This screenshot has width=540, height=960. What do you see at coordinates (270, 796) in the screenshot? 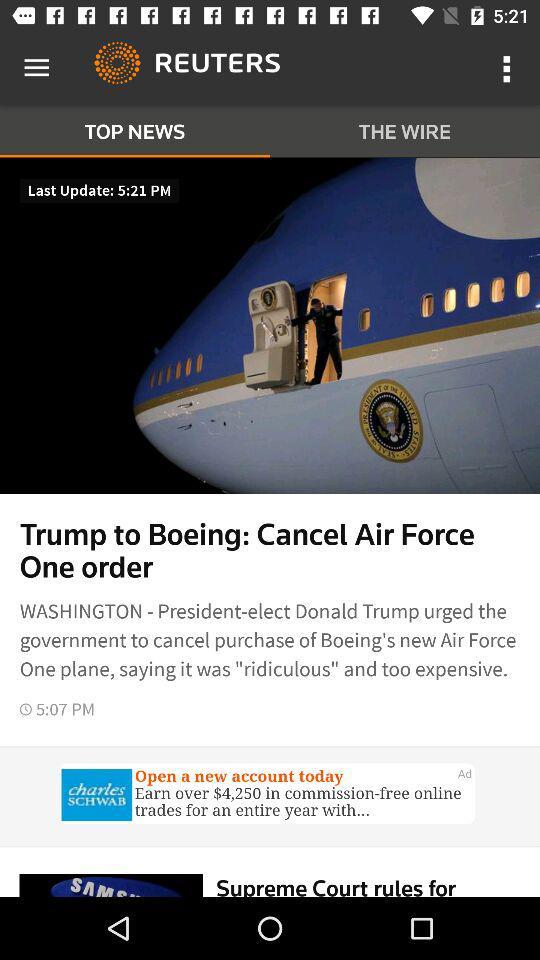
I see `share the article` at bounding box center [270, 796].